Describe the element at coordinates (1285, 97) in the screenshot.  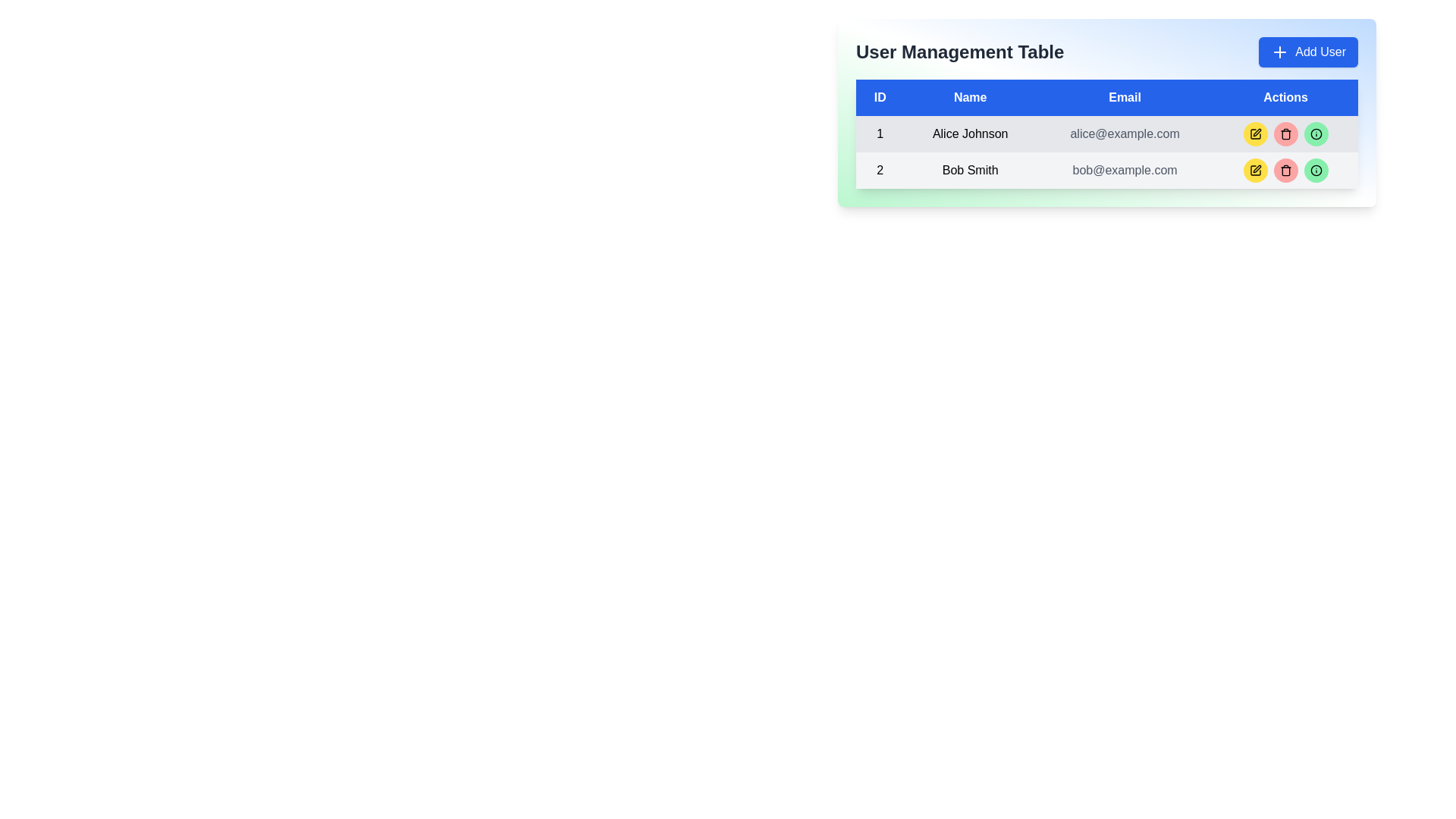
I see `the 'Actions' column header in the table, which is located in the top-right corner of the table header and is the fourth cell in the row of headers` at that location.